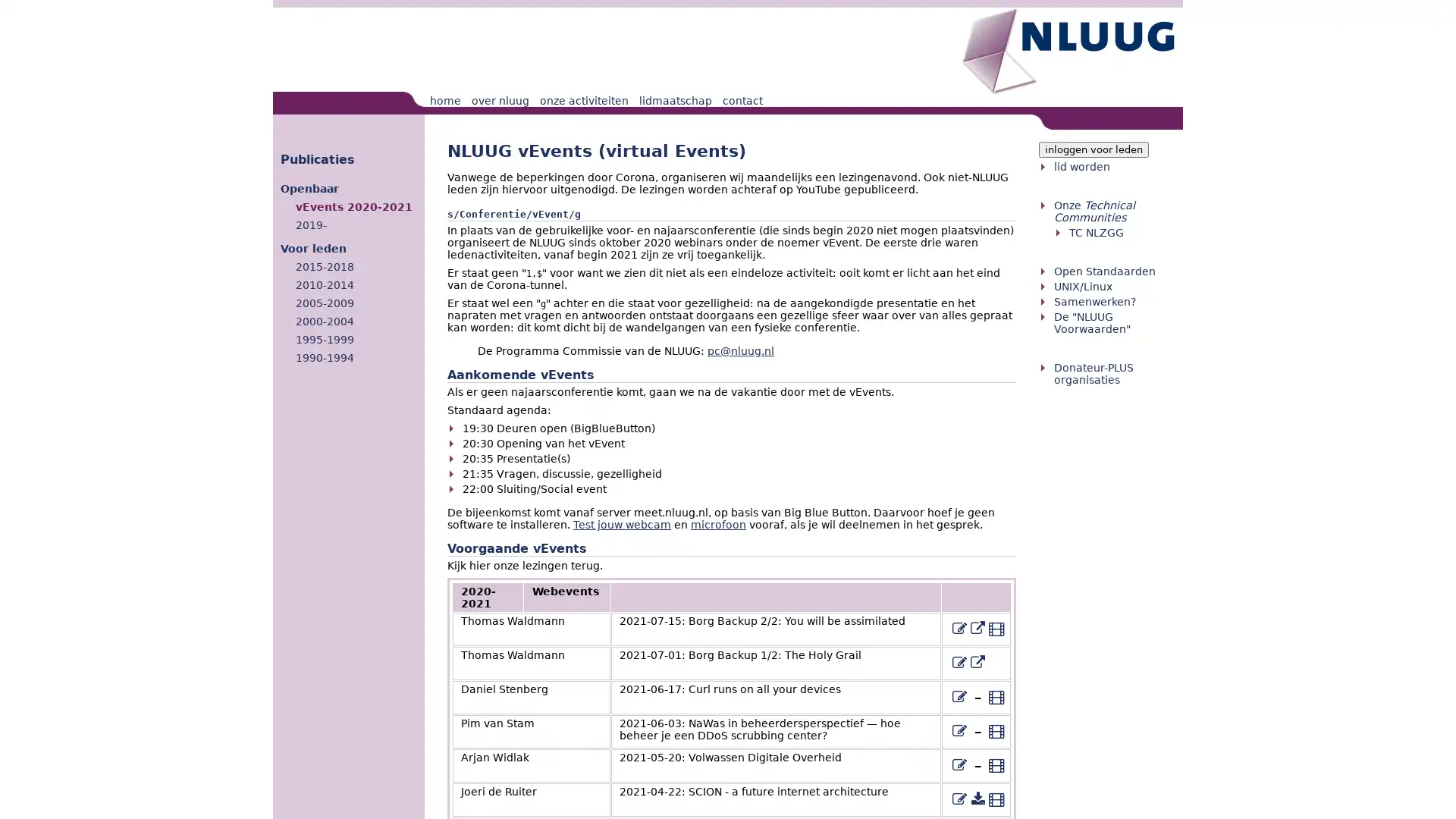 This screenshot has height=819, width=1456. I want to click on inloggen voor leden, so click(1094, 149).